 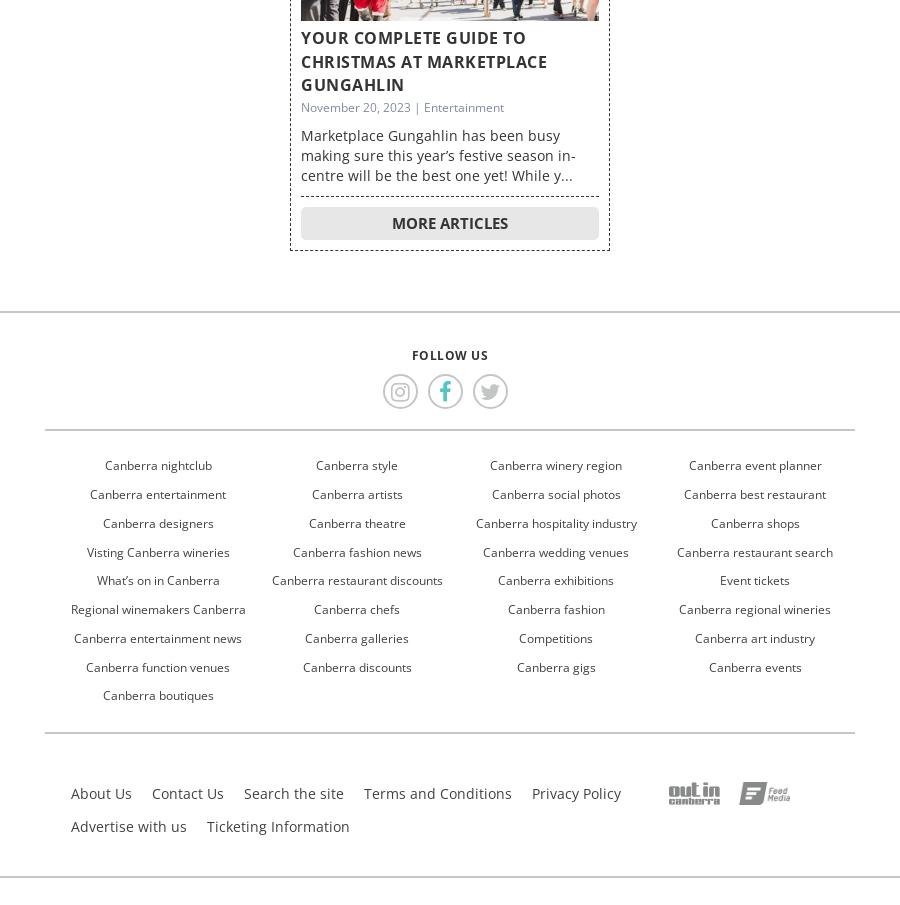 What do you see at coordinates (554, 493) in the screenshot?
I see `'Canberra social photos'` at bounding box center [554, 493].